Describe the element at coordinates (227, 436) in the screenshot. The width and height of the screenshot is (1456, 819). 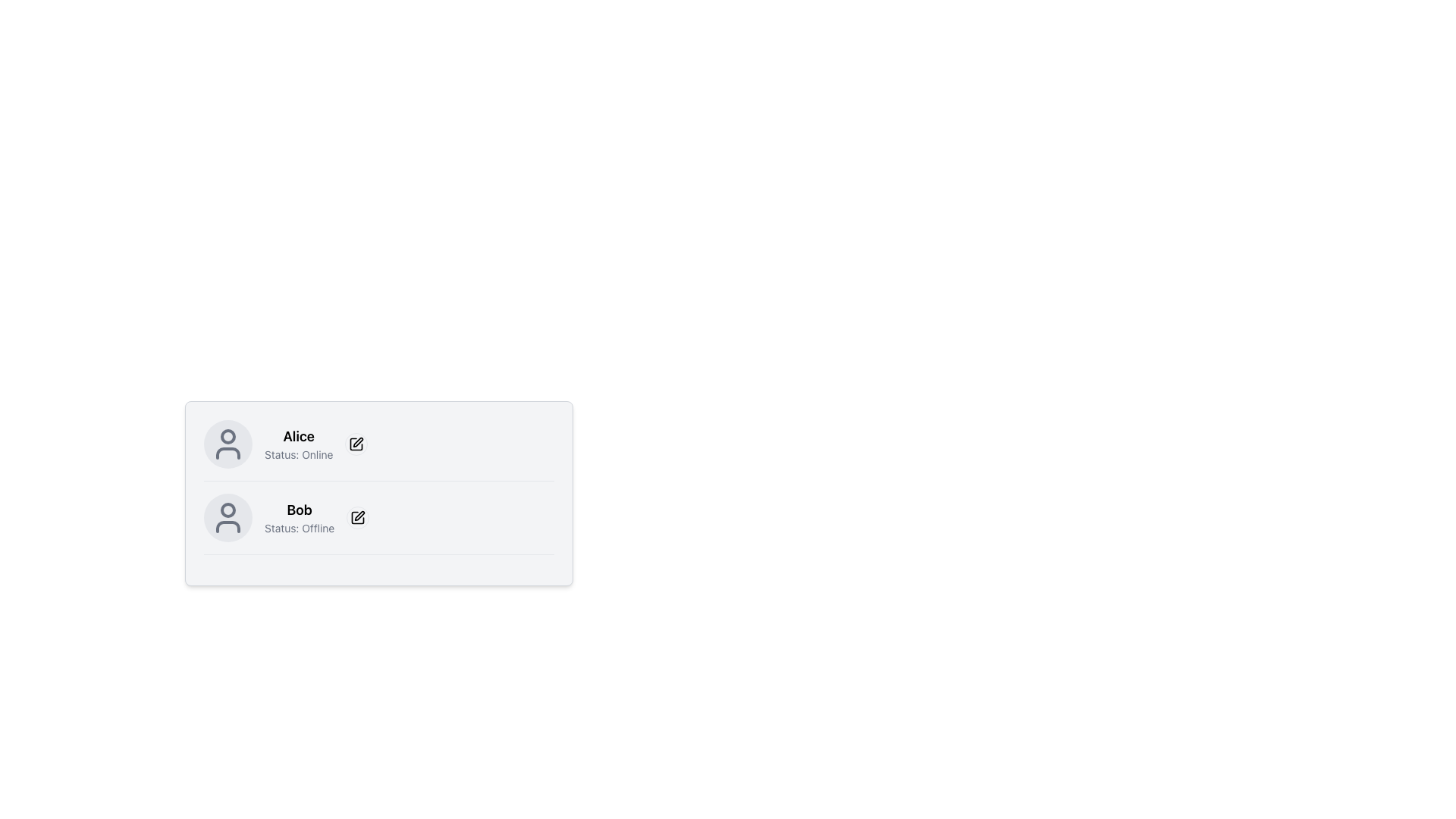
I see `the circular graphic within the user profile icon, which is the first item in the user list` at that location.